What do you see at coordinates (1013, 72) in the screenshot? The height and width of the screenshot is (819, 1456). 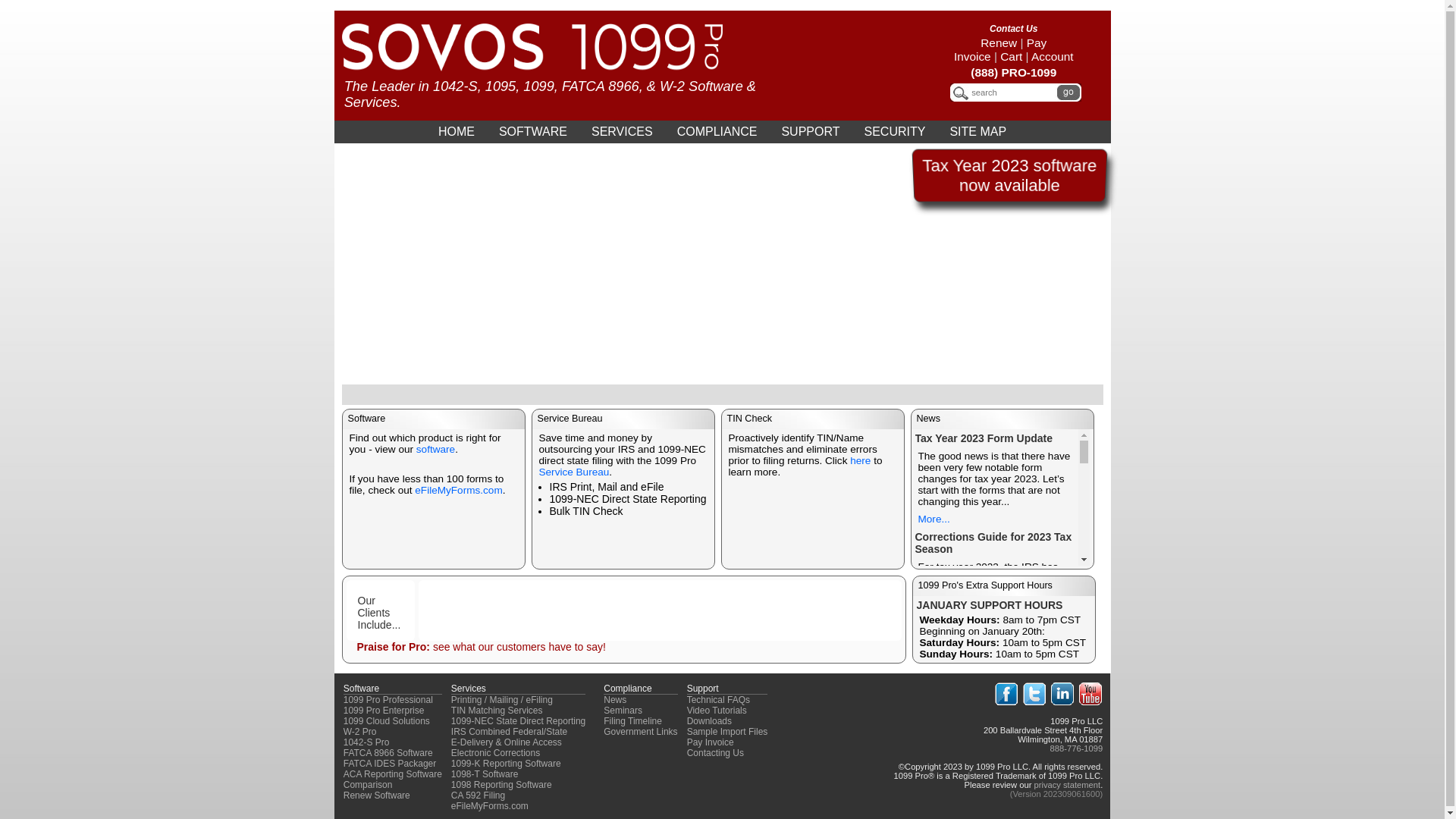 I see `'(888) PRO-1099'` at bounding box center [1013, 72].